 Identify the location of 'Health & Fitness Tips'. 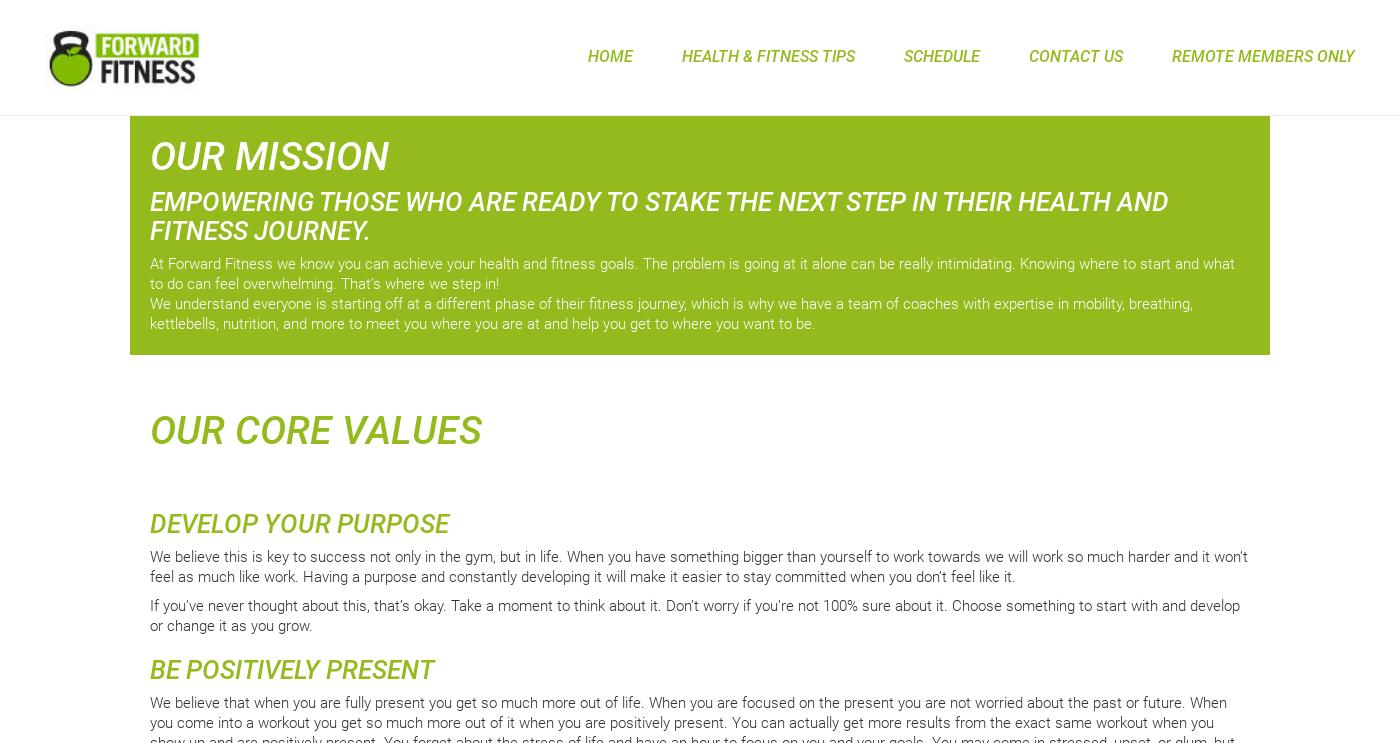
(768, 55).